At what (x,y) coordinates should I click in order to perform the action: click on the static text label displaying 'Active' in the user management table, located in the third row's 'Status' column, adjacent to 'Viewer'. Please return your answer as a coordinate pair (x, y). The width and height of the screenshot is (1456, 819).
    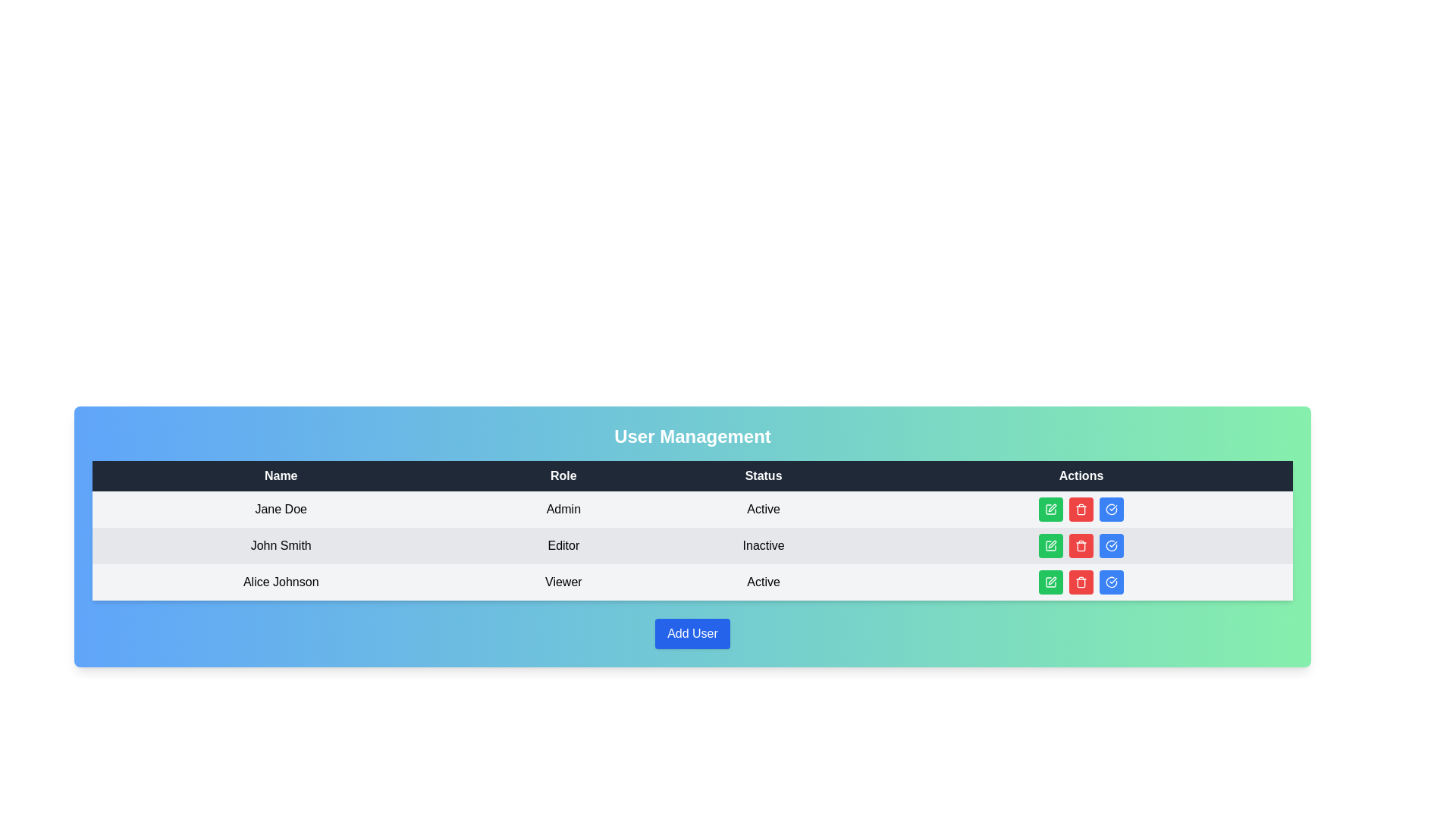
    Looking at the image, I should click on (764, 581).